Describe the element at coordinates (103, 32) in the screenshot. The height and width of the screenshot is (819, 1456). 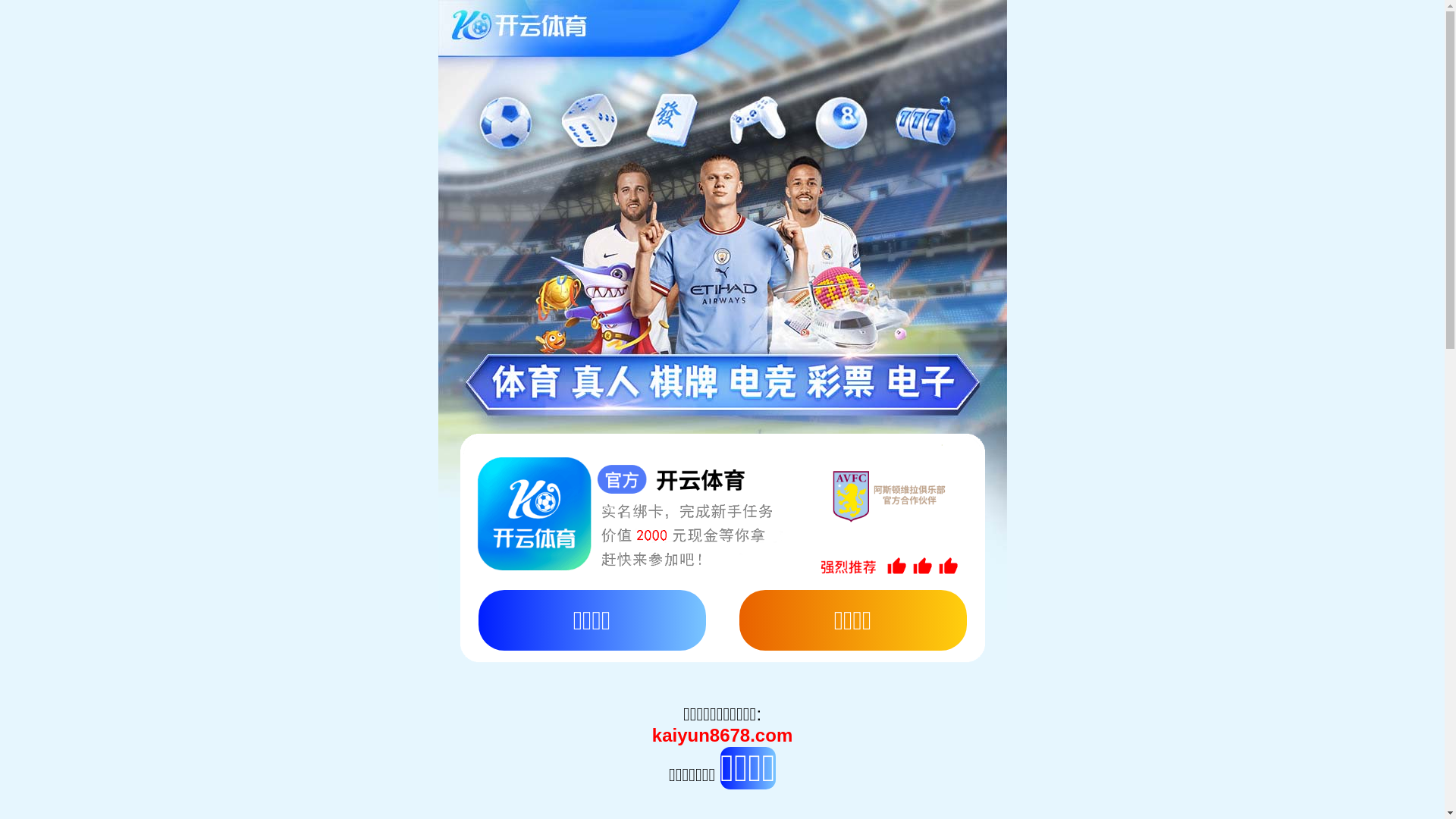
I see `'English'` at that location.